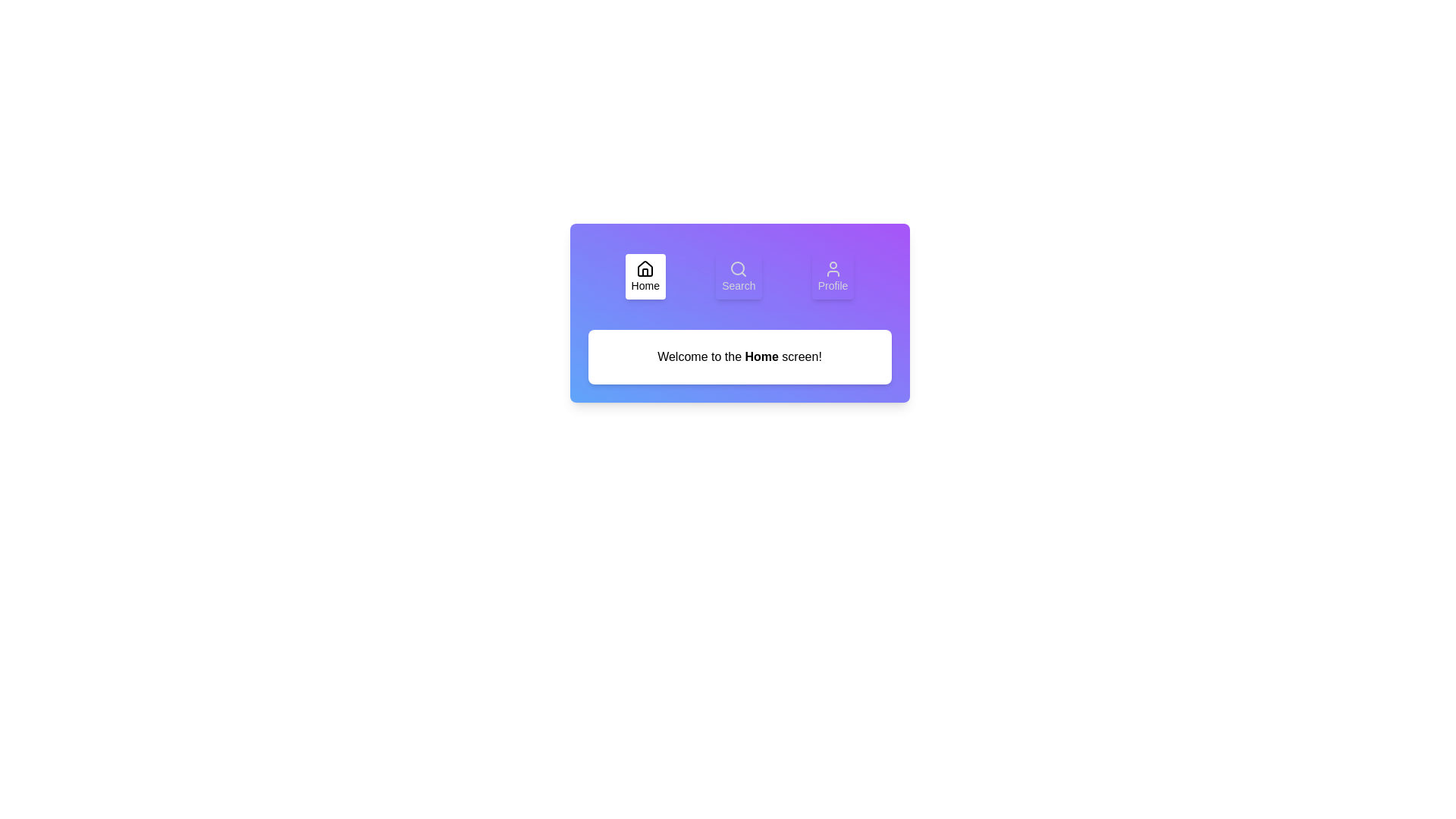  Describe the element at coordinates (738, 268) in the screenshot. I see `the circular element located at the center of the magnifying glass icon within the 'Search' button, which is the second button in a row of three at the top-center of the user interface` at that location.